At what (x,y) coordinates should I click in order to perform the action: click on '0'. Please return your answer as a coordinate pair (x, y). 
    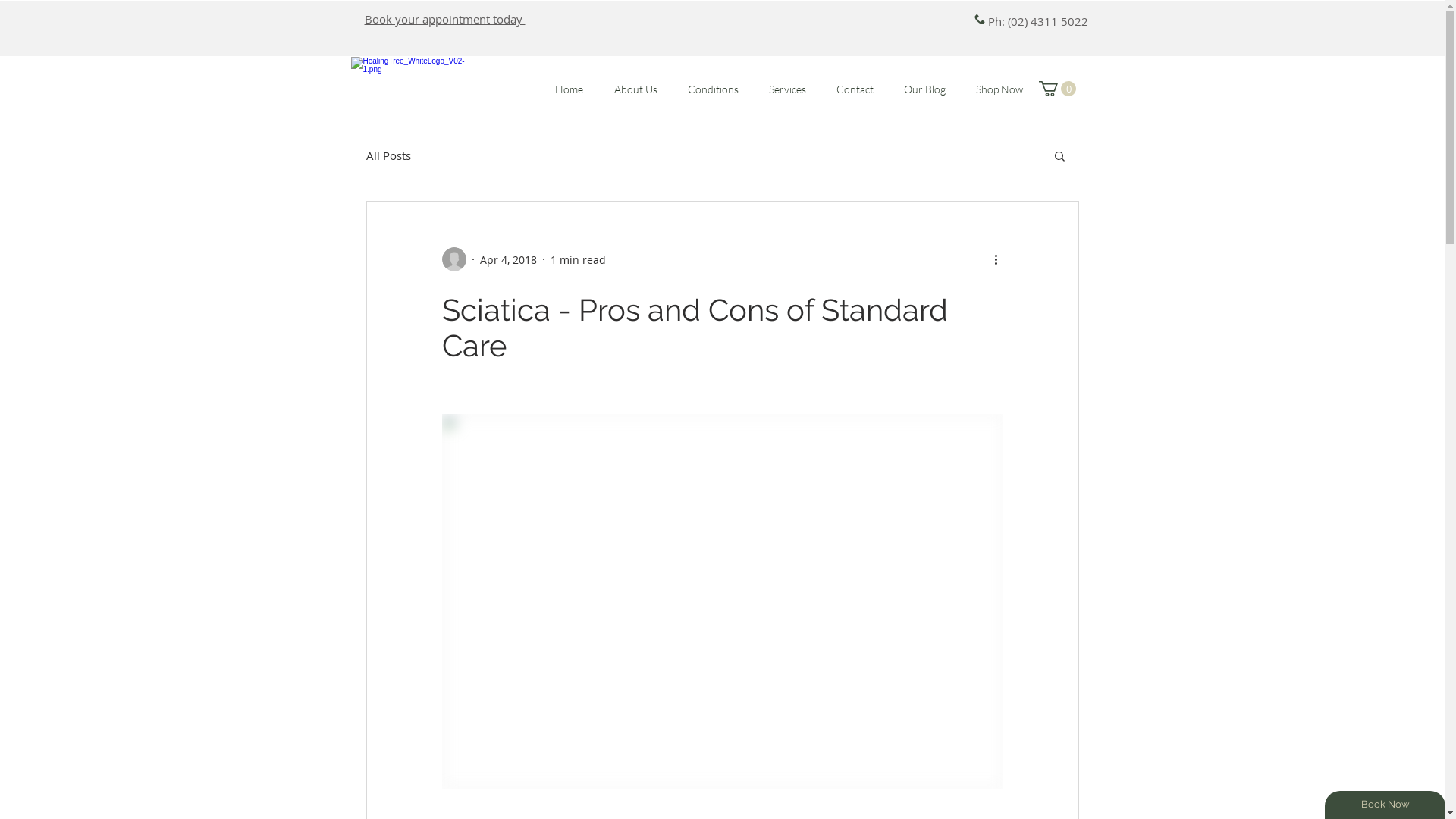
    Looking at the image, I should click on (1056, 88).